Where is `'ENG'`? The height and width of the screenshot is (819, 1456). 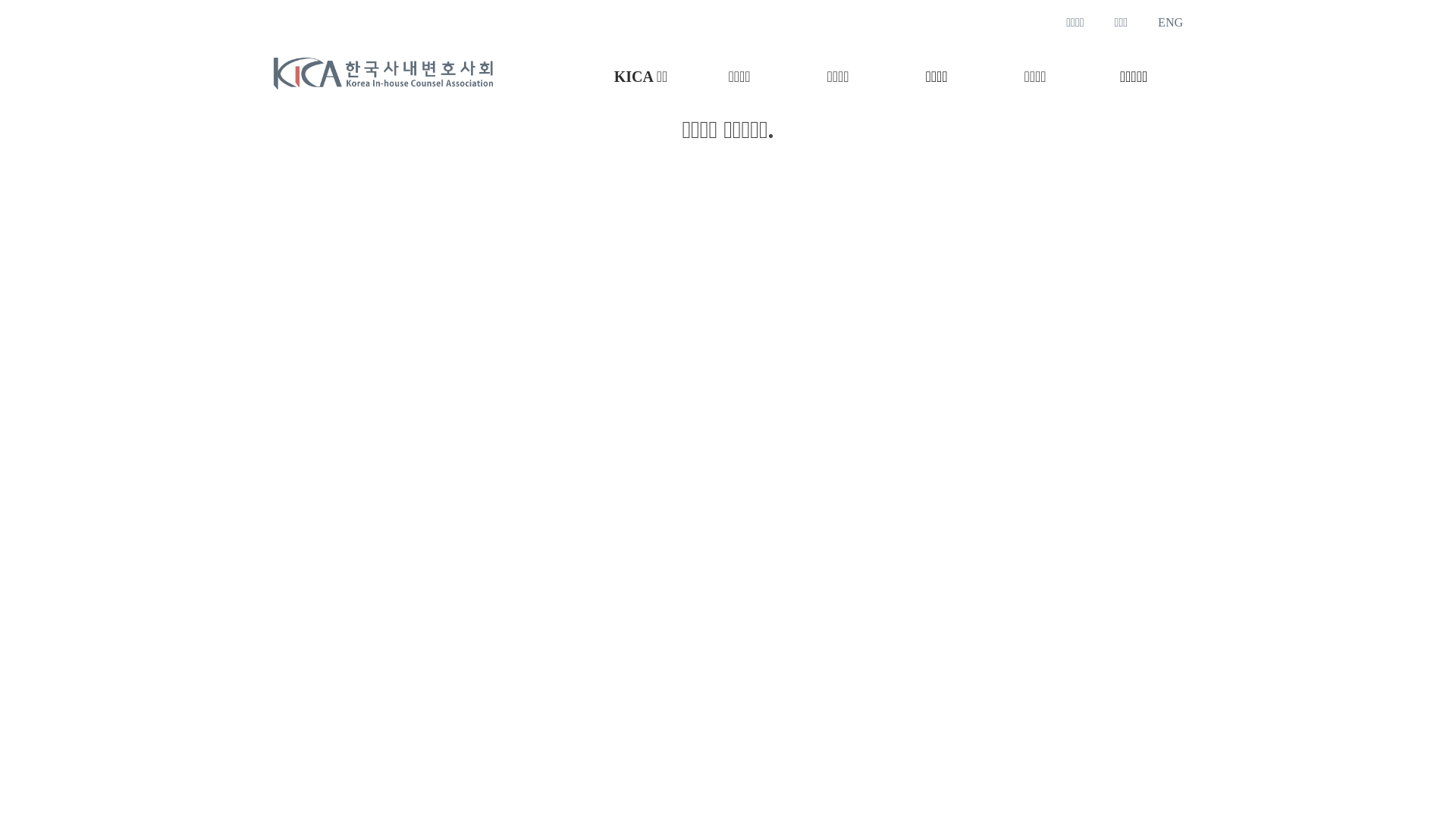 'ENG' is located at coordinates (1169, 23).